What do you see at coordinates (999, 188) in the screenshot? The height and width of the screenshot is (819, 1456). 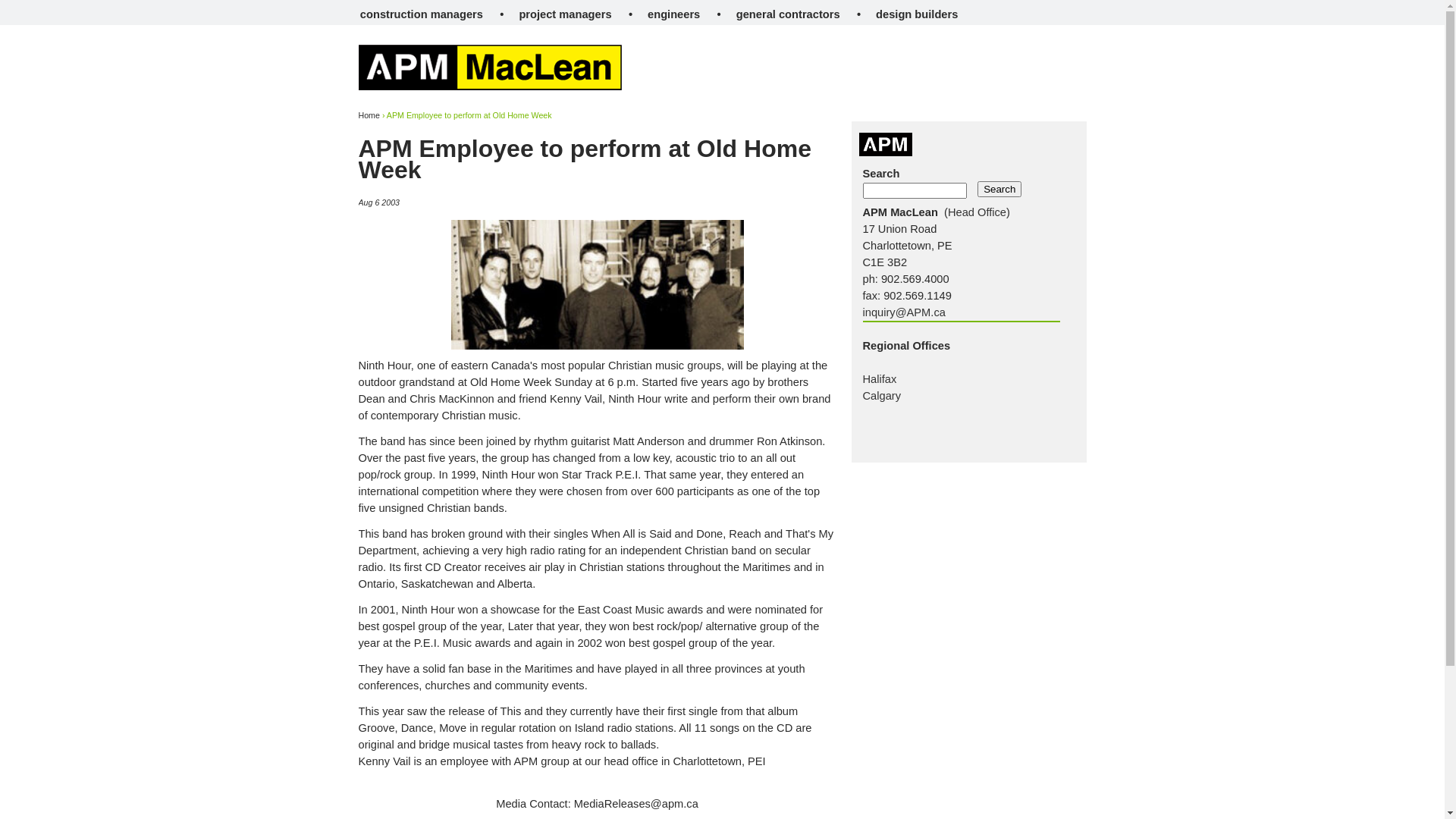 I see `'Search'` at bounding box center [999, 188].